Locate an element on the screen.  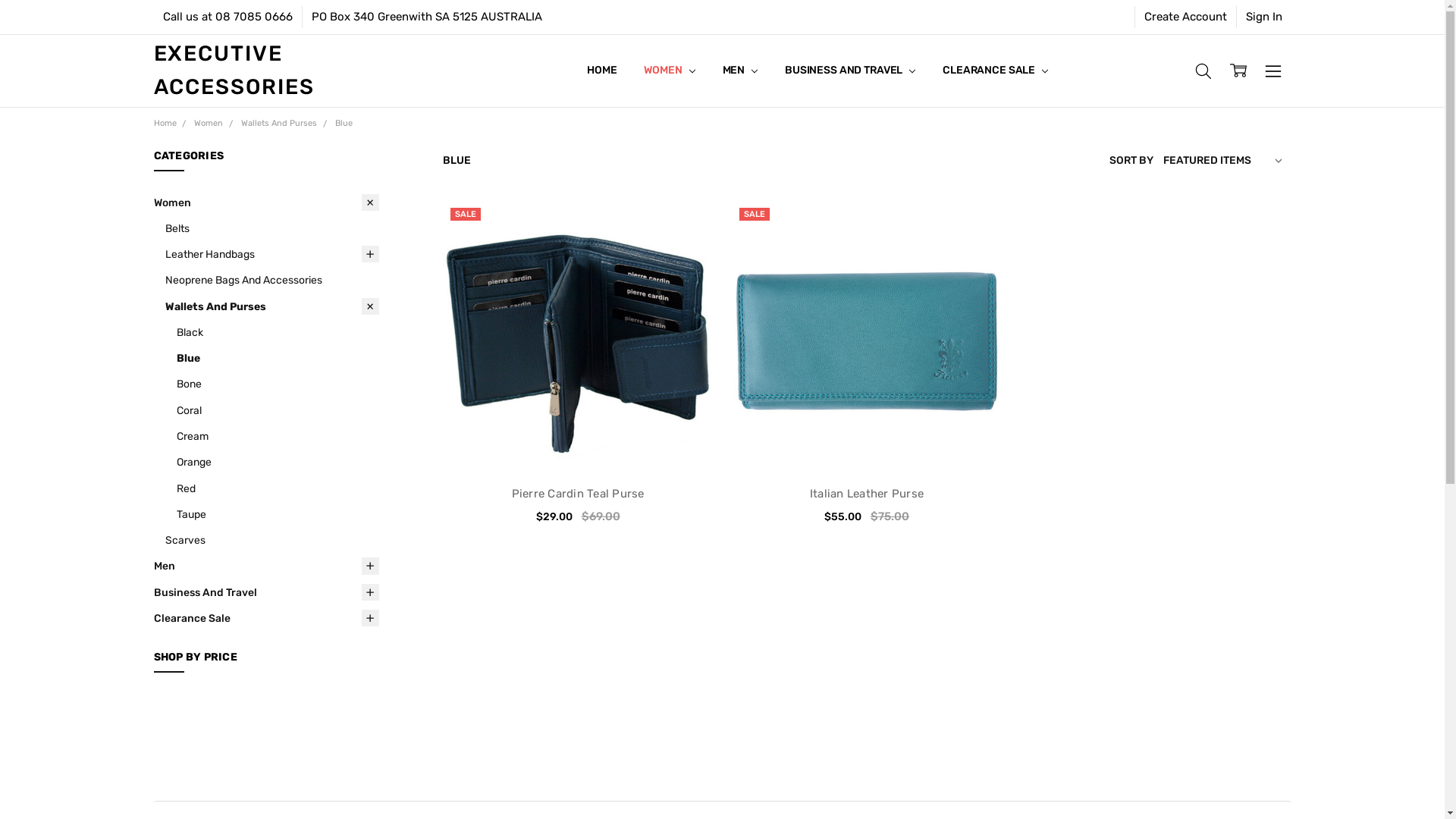
'PO Box 340 Greenwith SA 5125 AUSTRALIA' is located at coordinates (425, 17).